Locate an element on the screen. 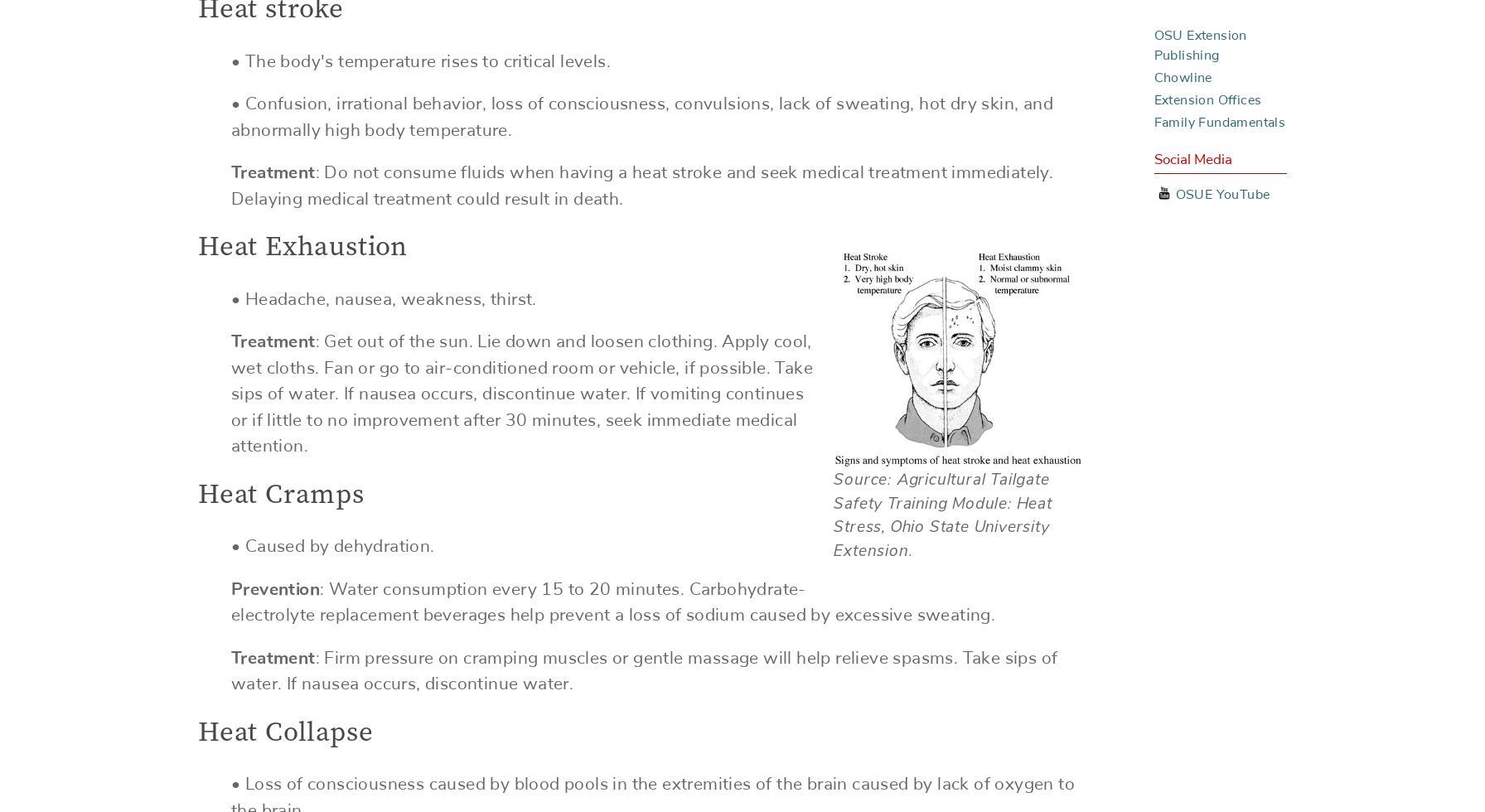  ': Firm pressure on cramping muscles or gentle massage will help relieve spasms. Take sips of water. If nausea occurs, discontinue water.' is located at coordinates (644, 670).